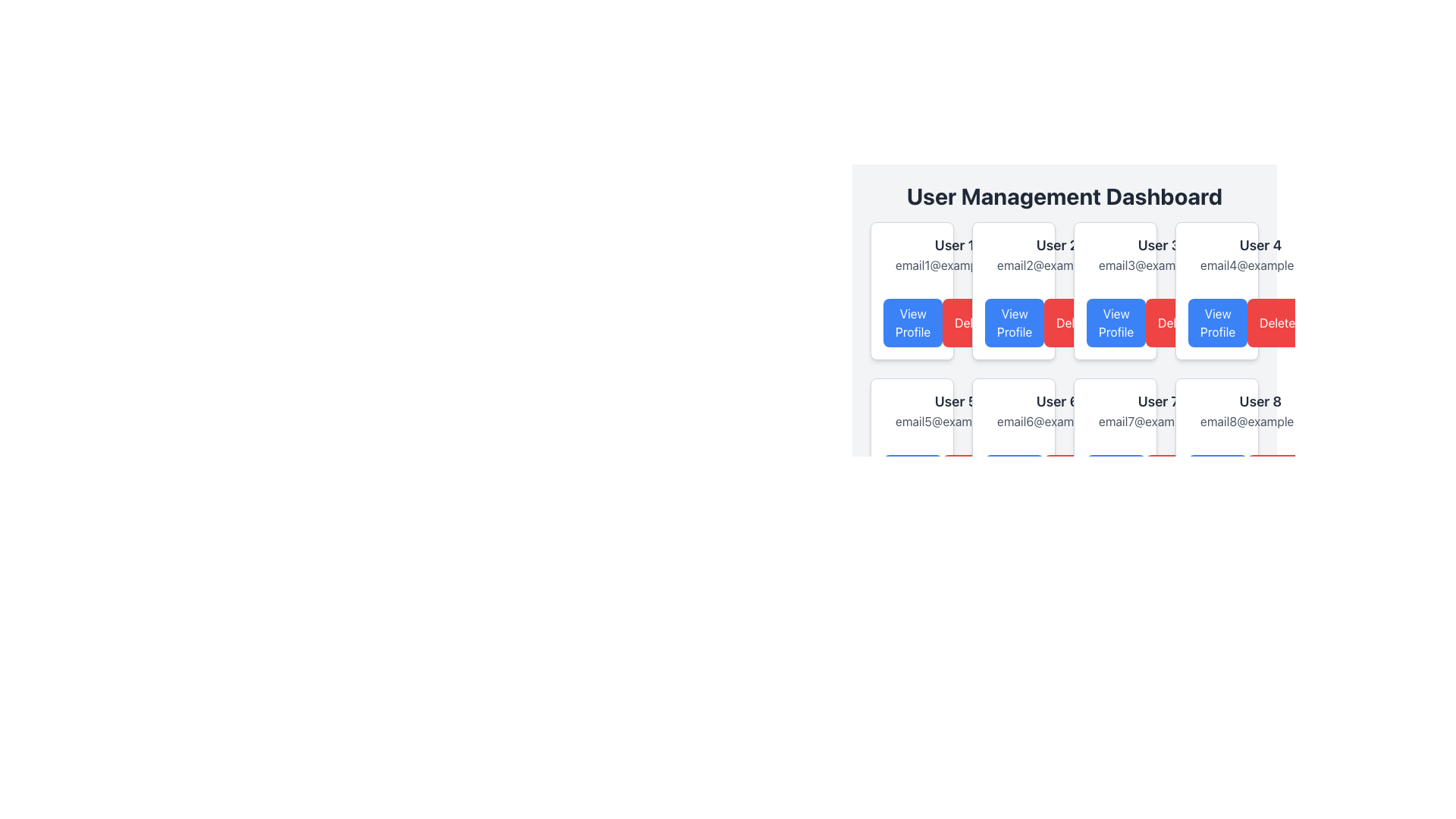 The height and width of the screenshot is (819, 1456). What do you see at coordinates (1056, 253) in the screenshot?
I see `the user's profile header displaying their name and email address in the User Management Dashboard` at bounding box center [1056, 253].